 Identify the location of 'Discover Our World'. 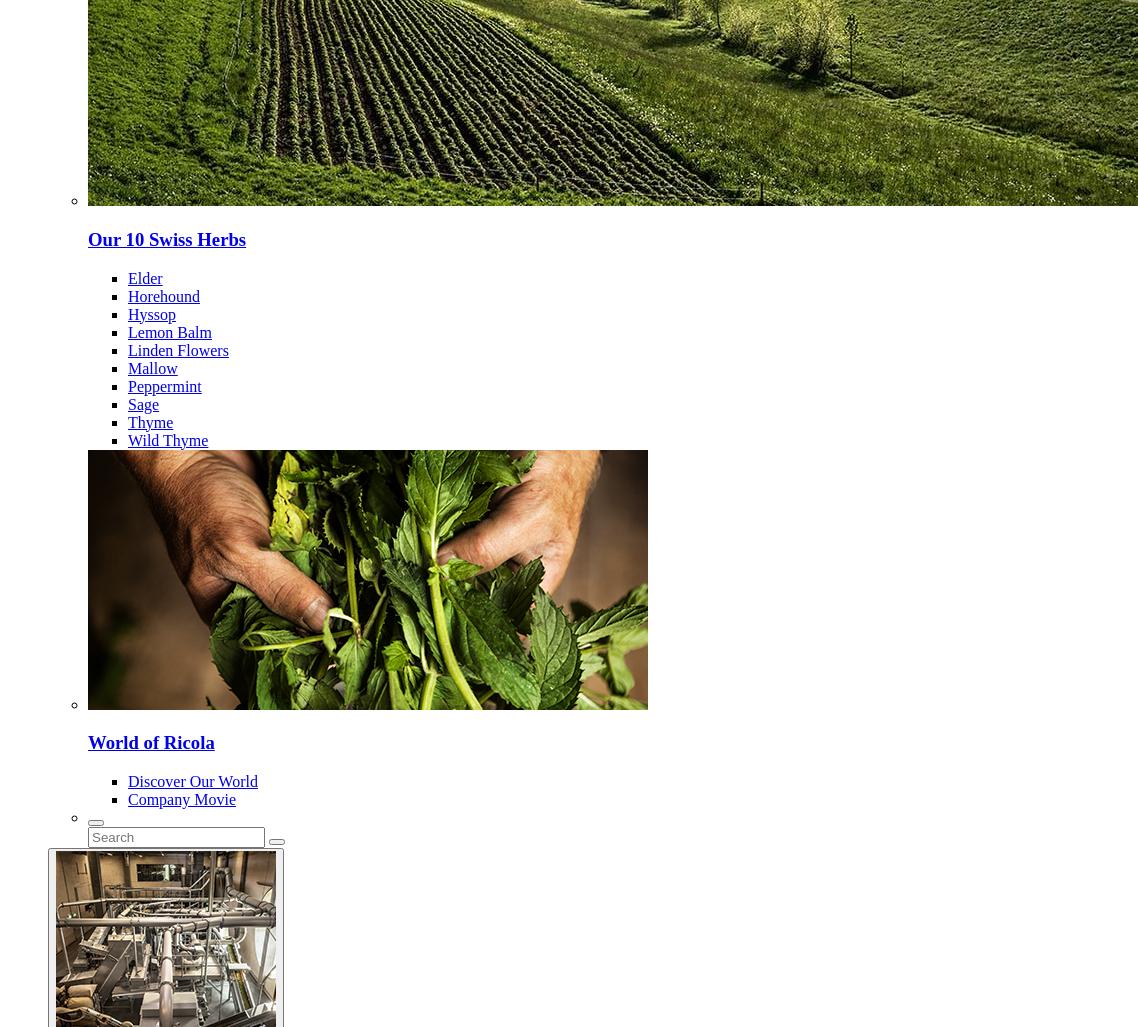
(191, 780).